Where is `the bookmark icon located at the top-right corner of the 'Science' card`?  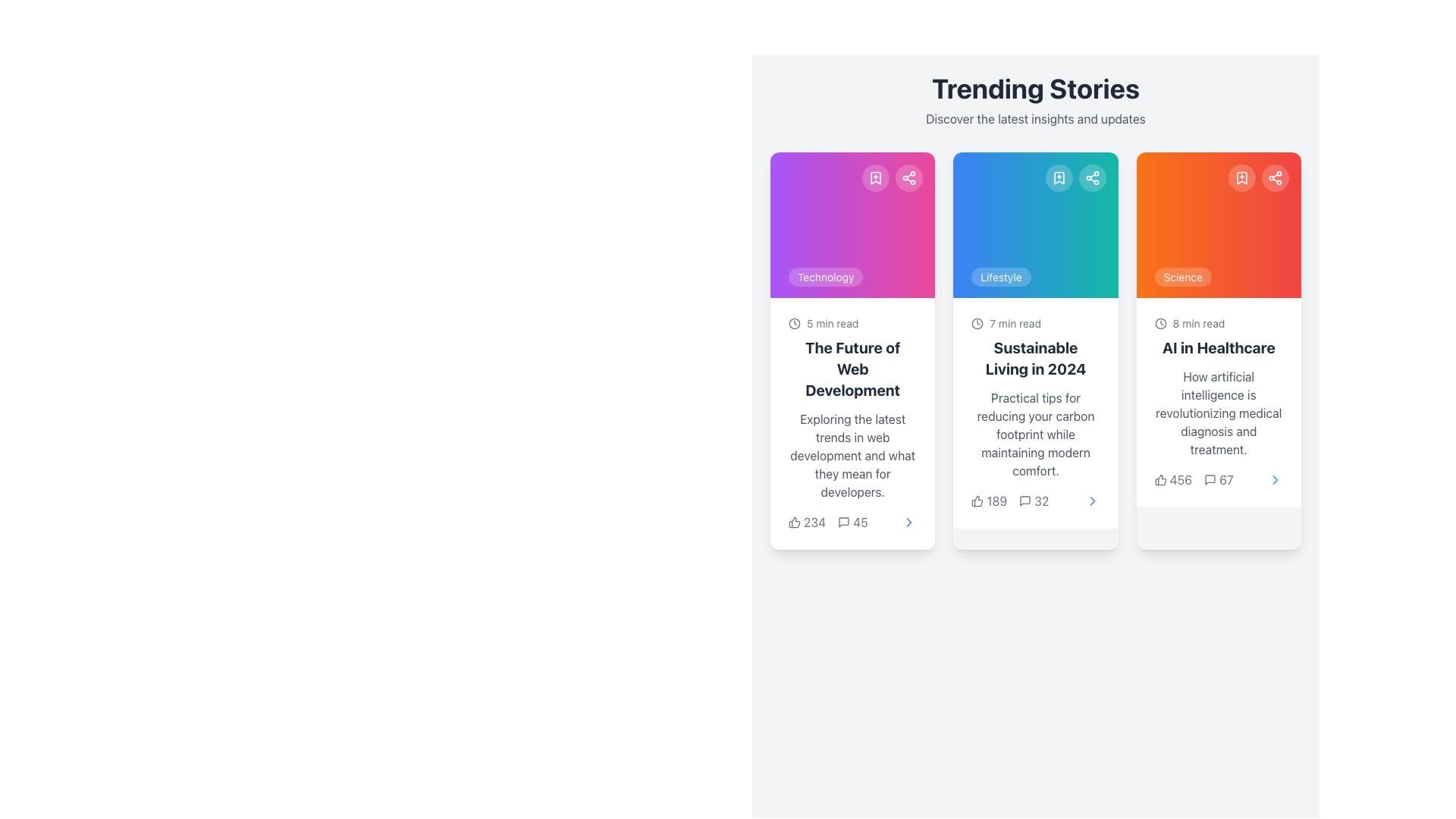
the bookmark icon located at the top-right corner of the 'Science' card is located at coordinates (1241, 177).